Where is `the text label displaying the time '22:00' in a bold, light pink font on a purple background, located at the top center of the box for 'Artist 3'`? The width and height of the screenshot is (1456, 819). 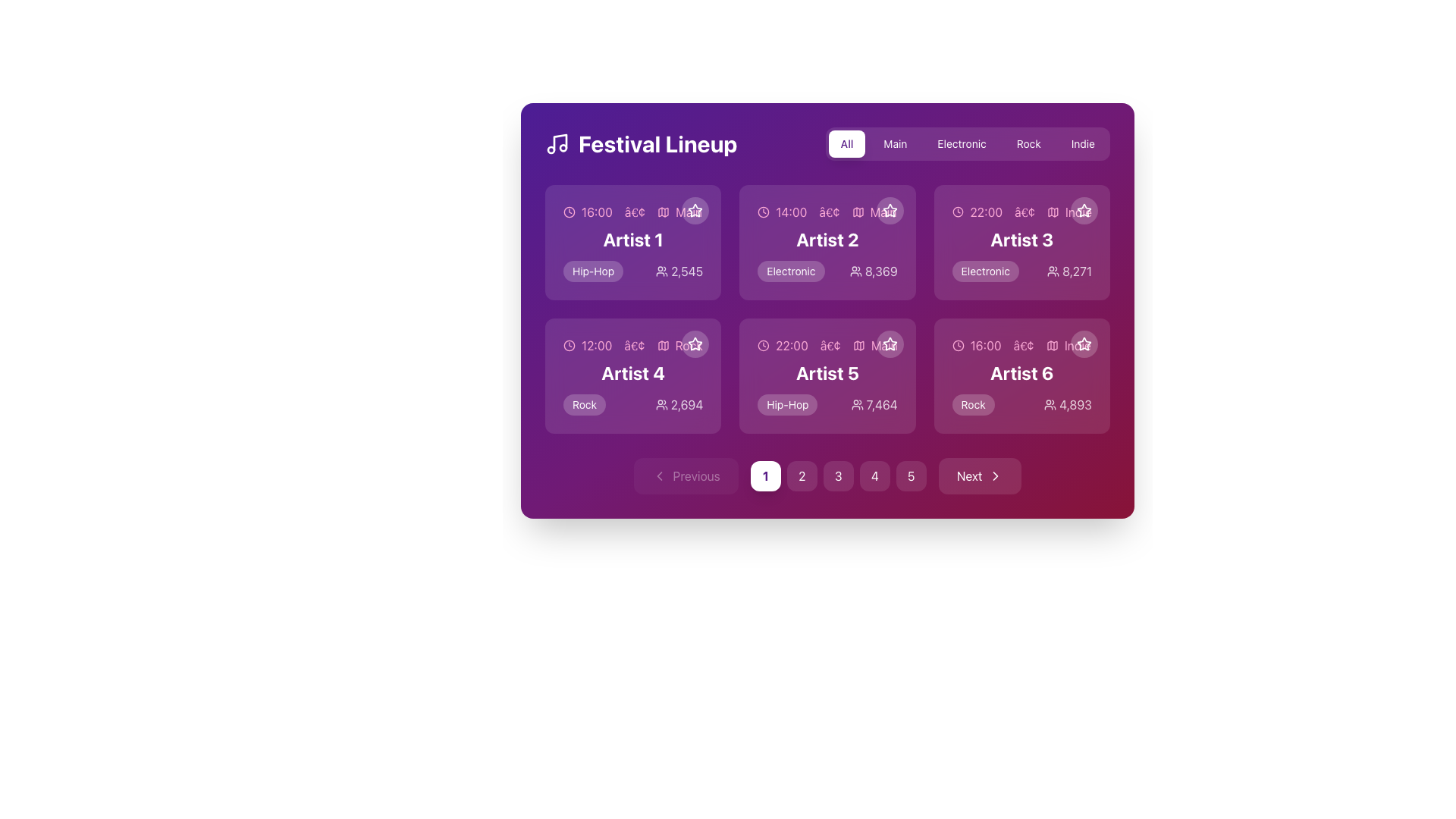
the text label displaying the time '22:00' in a bold, light pink font on a purple background, located at the top center of the box for 'Artist 3' is located at coordinates (986, 212).